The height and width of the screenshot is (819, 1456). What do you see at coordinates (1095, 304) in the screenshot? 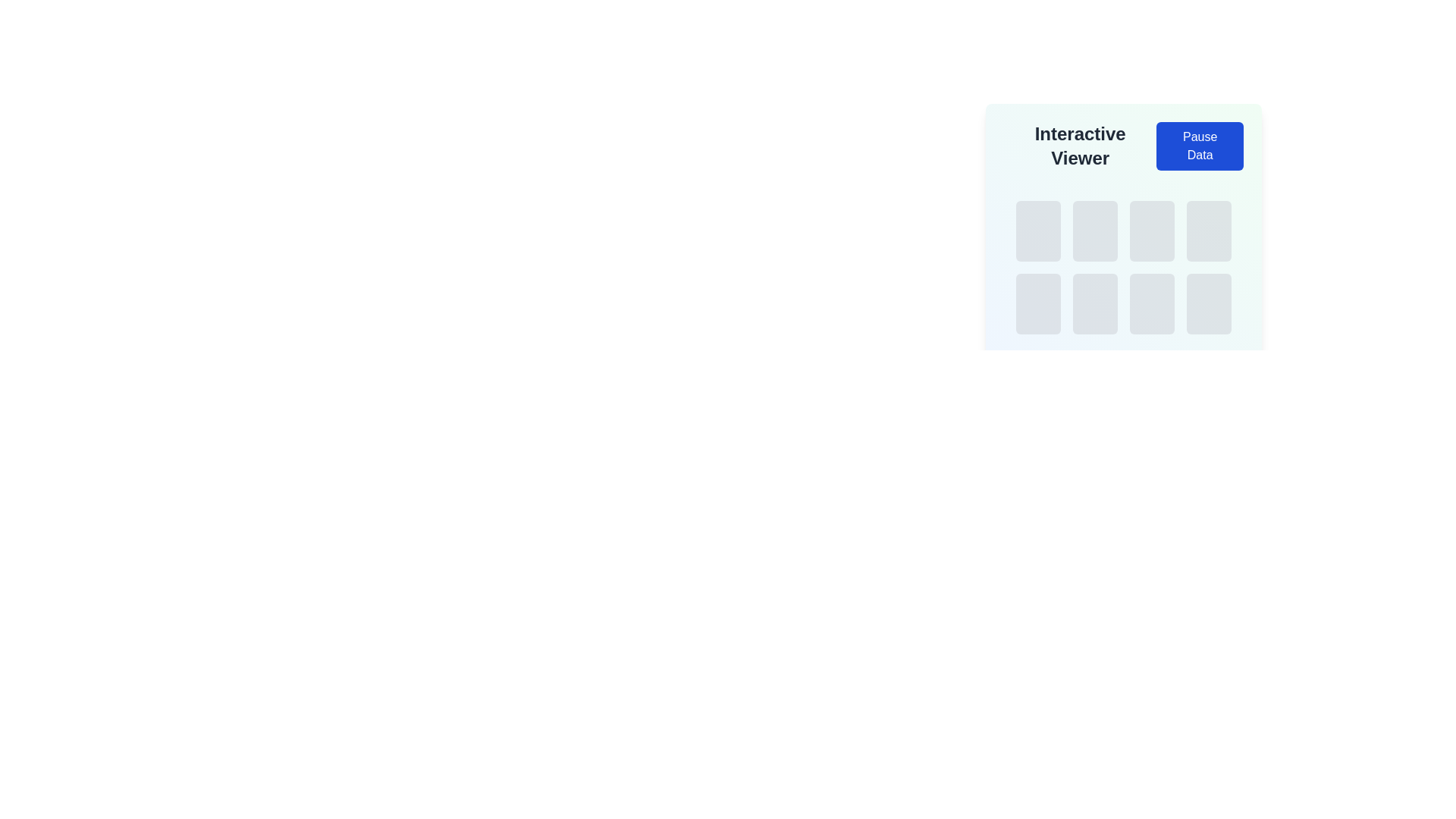
I see `the Animation placeholder or skeleton loader, which is a rectangular component with rounded edges, solid gray color, and a pulsing animation effect, located in the second row, second column of a grid layout` at bounding box center [1095, 304].